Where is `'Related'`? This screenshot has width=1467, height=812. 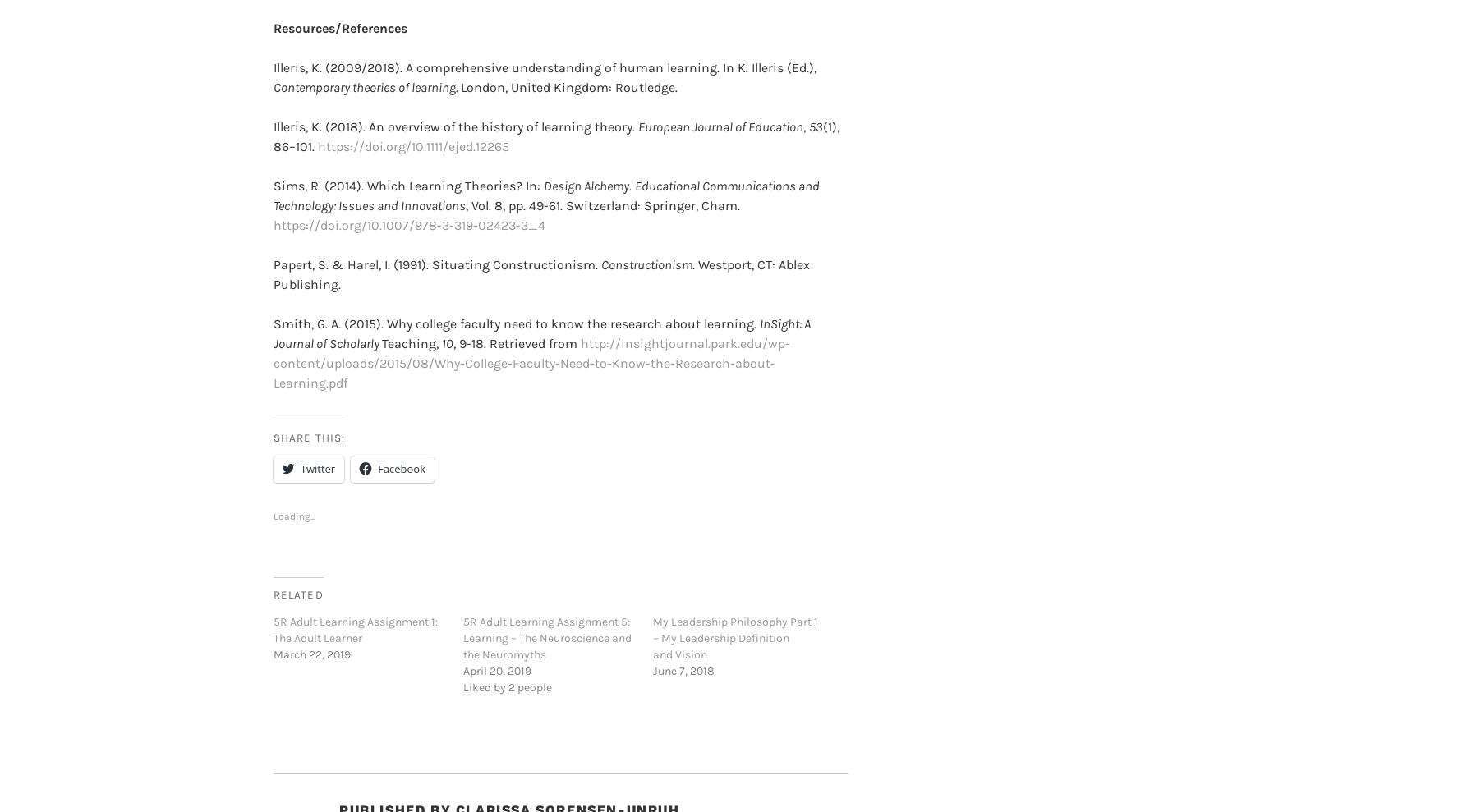
'Related' is located at coordinates (297, 567).